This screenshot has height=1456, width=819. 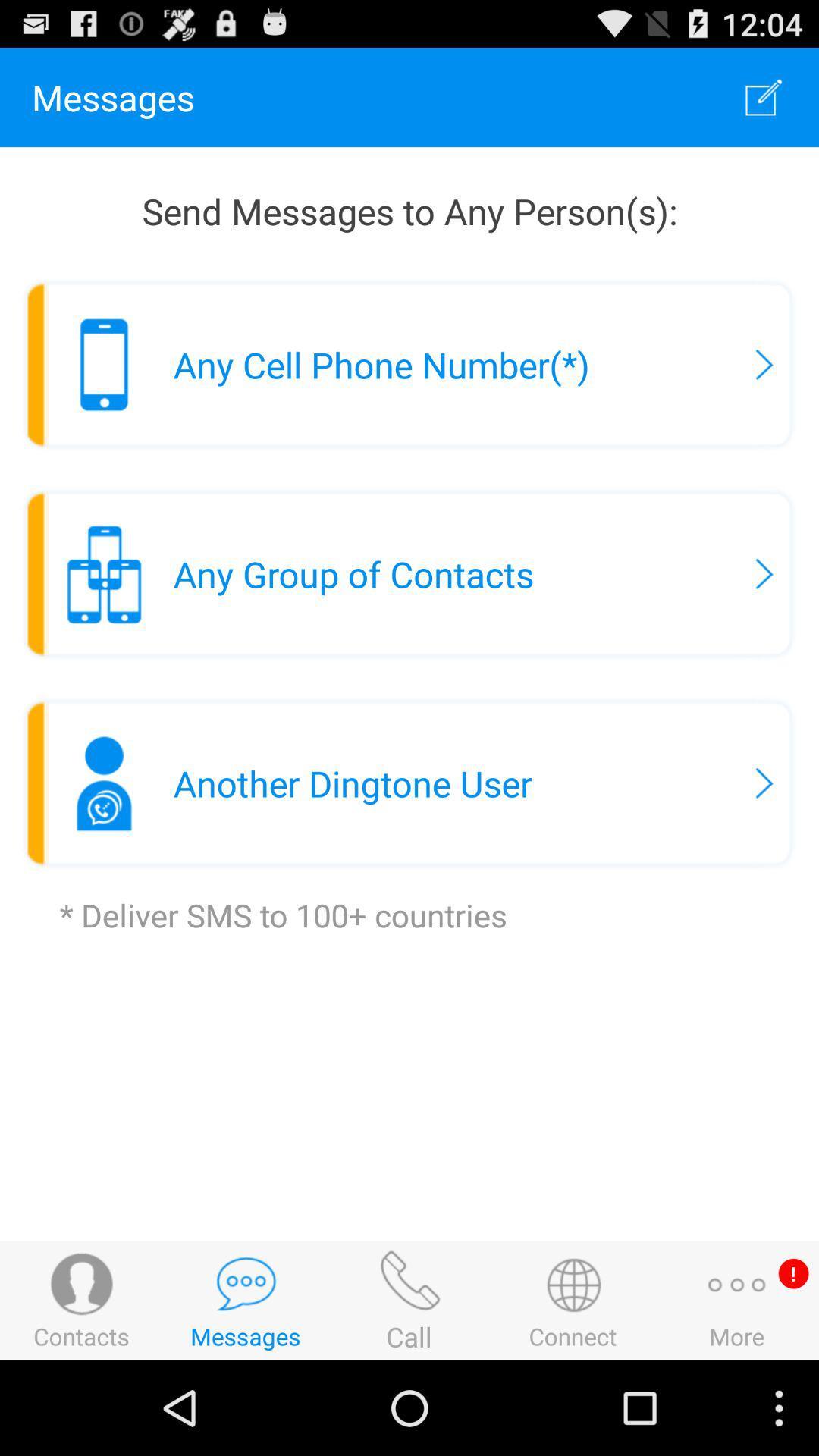 I want to click on app to the right of messages icon, so click(x=764, y=96).